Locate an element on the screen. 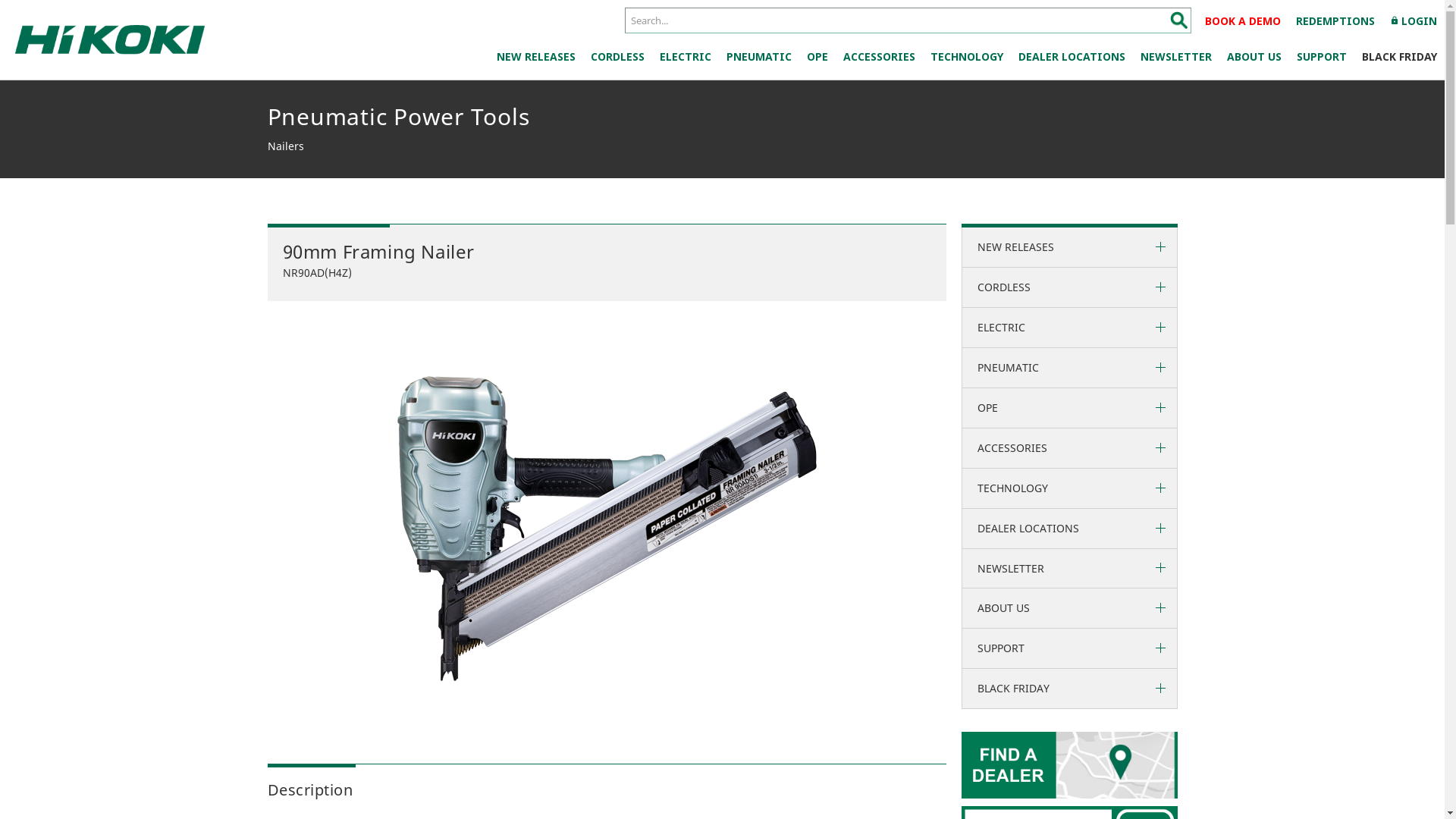 The image size is (1456, 819). 'ABOUT US' is located at coordinates (1068, 607).